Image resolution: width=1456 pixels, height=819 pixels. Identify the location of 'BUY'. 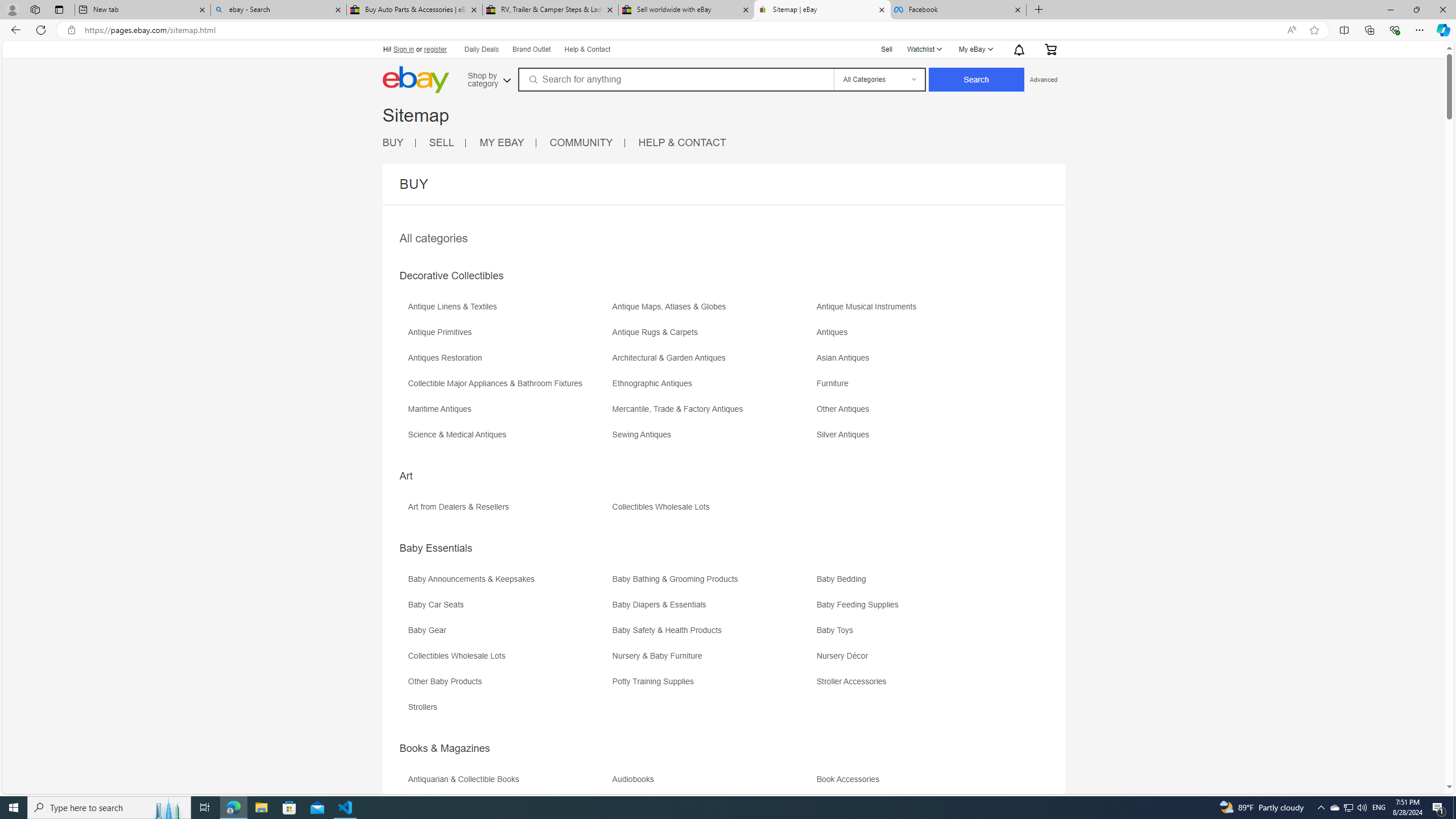
(391, 142).